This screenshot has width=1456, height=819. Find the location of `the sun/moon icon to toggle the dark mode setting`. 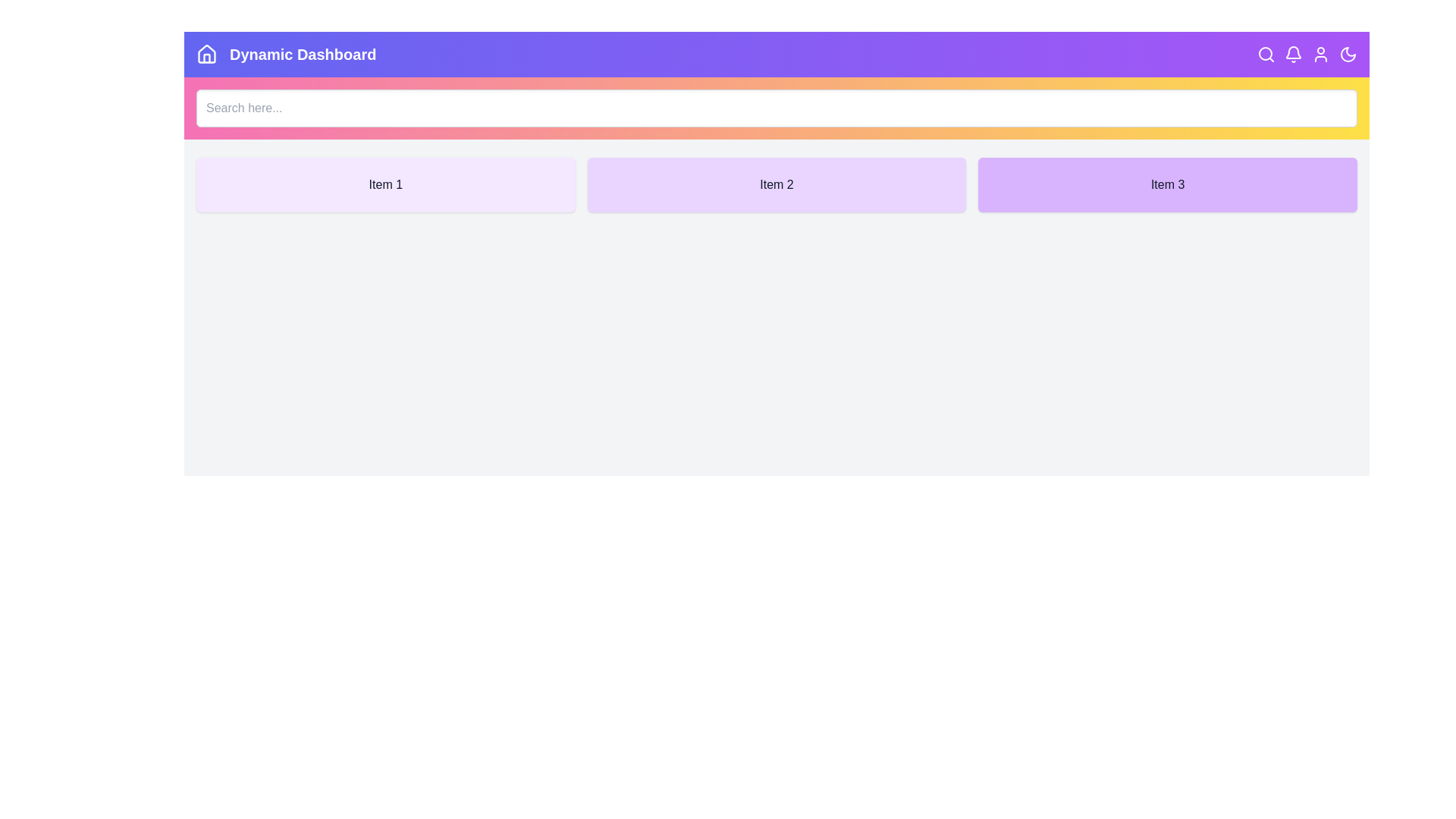

the sun/moon icon to toggle the dark mode setting is located at coordinates (1348, 54).